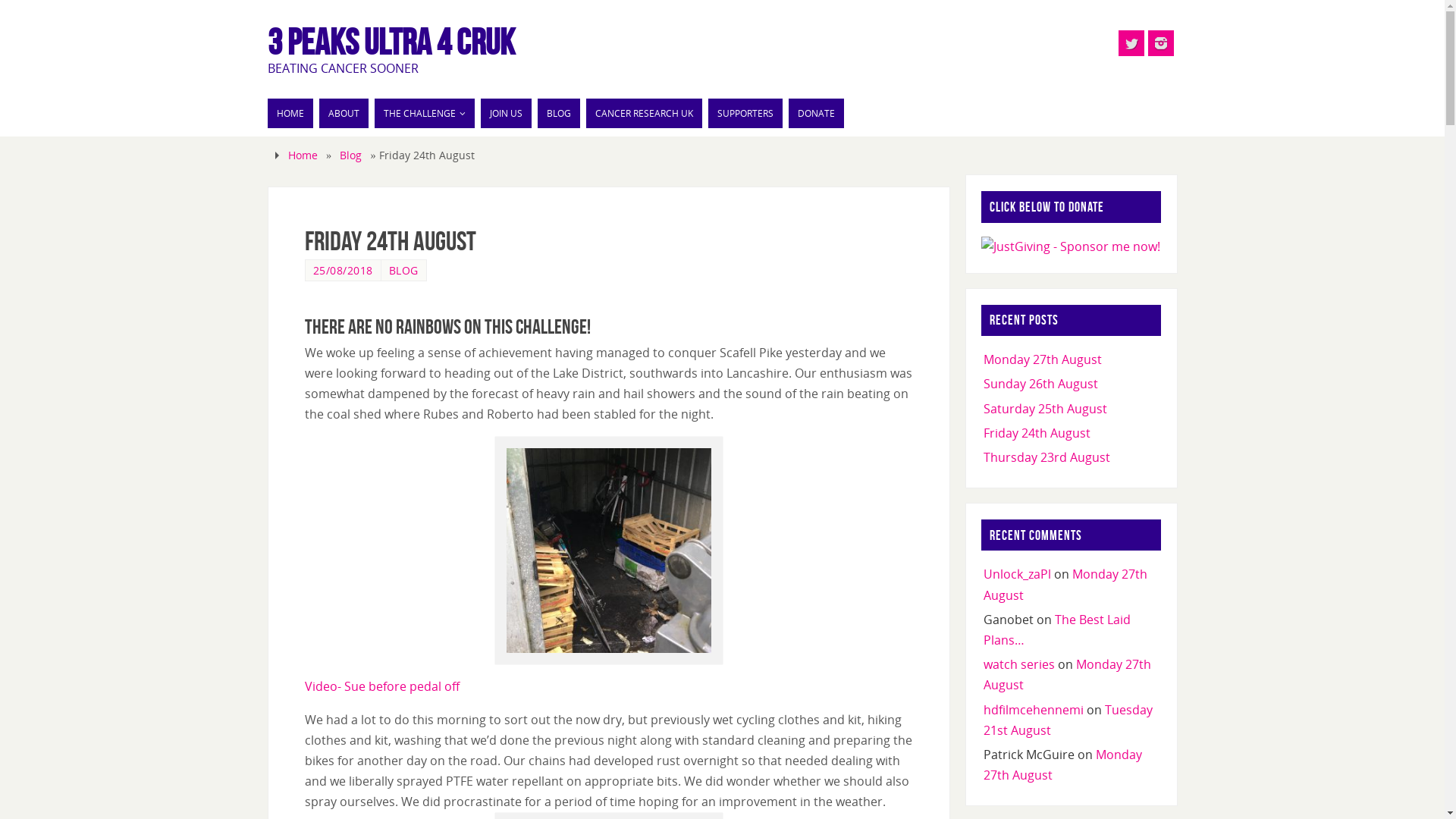  I want to click on 'Unlock_zaPl', so click(1017, 573).